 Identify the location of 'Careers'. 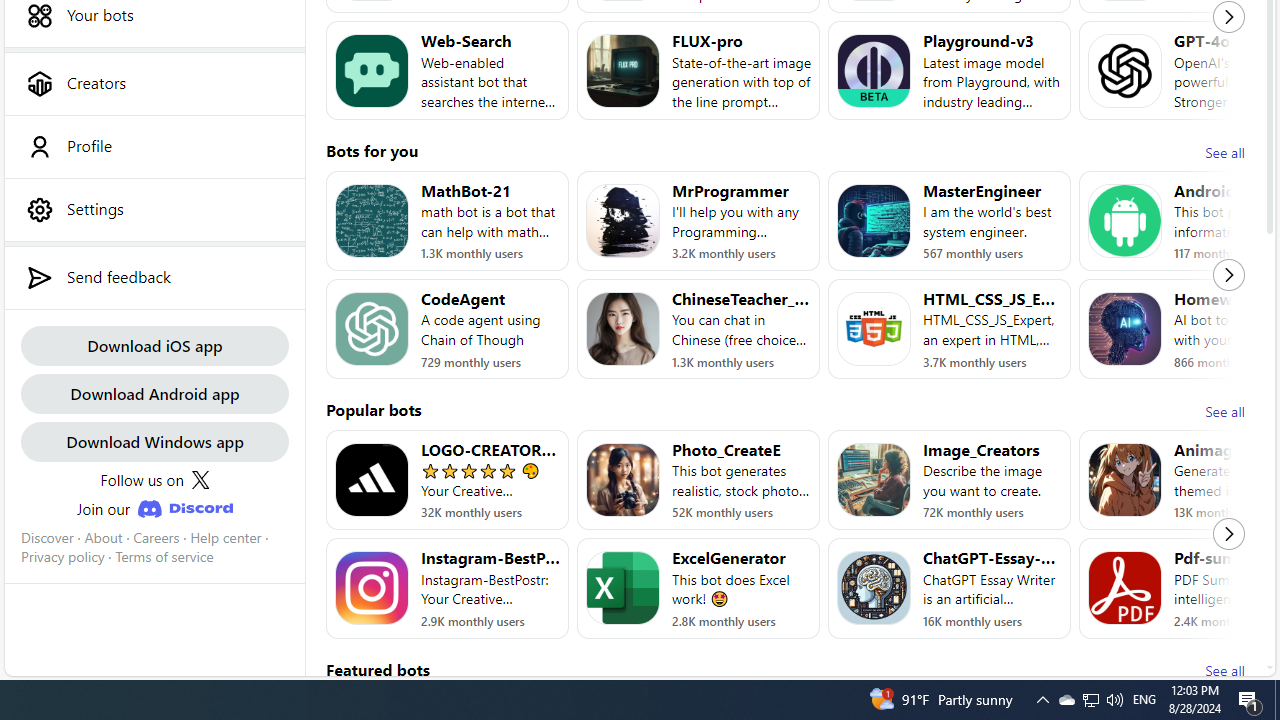
(155, 536).